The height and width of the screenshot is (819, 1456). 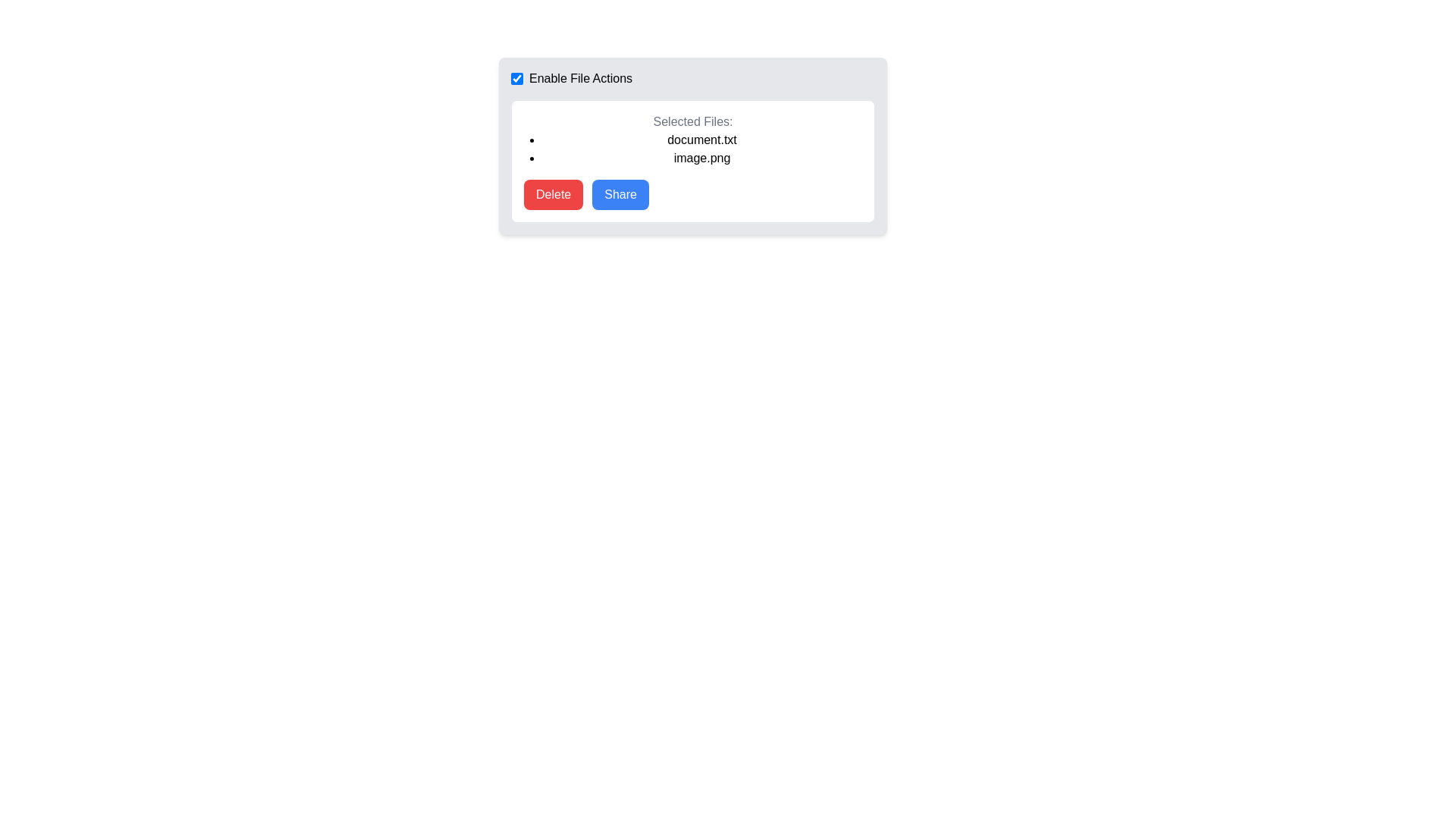 What do you see at coordinates (701, 158) in the screenshot?
I see `the text label displaying the filename 'image.png'` at bounding box center [701, 158].